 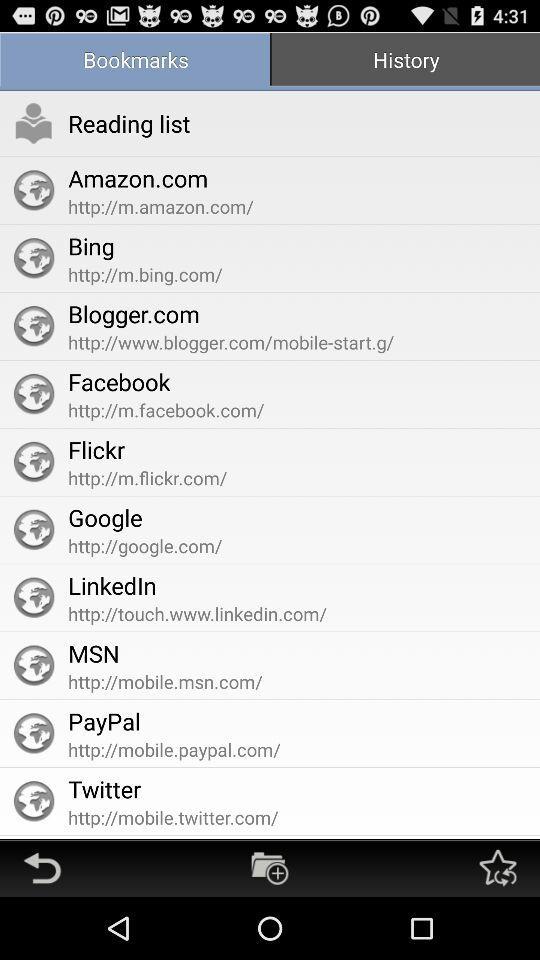 I want to click on new bookmark, so click(x=270, y=867).